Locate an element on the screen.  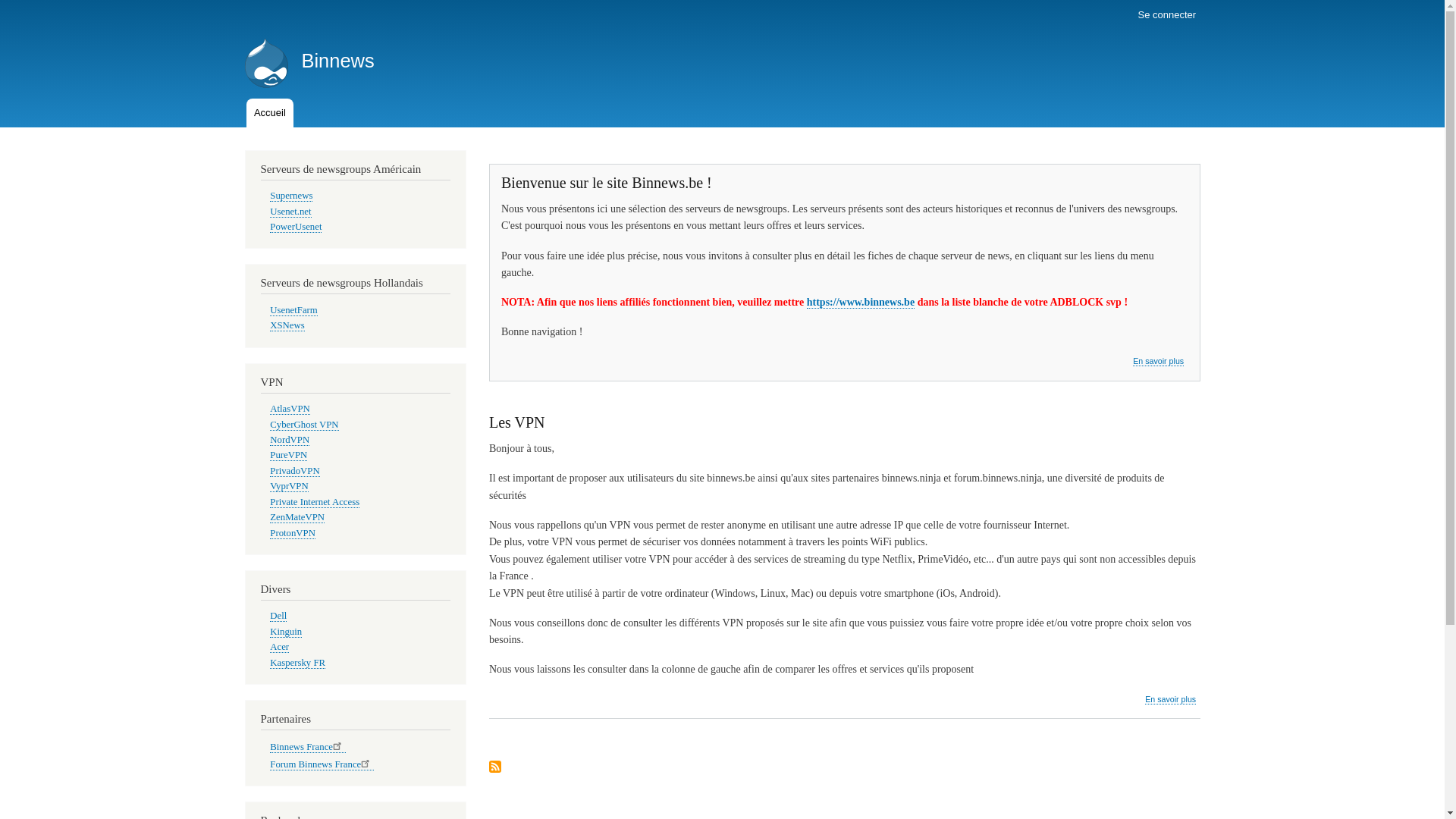
'Binnews' is located at coordinates (337, 60).